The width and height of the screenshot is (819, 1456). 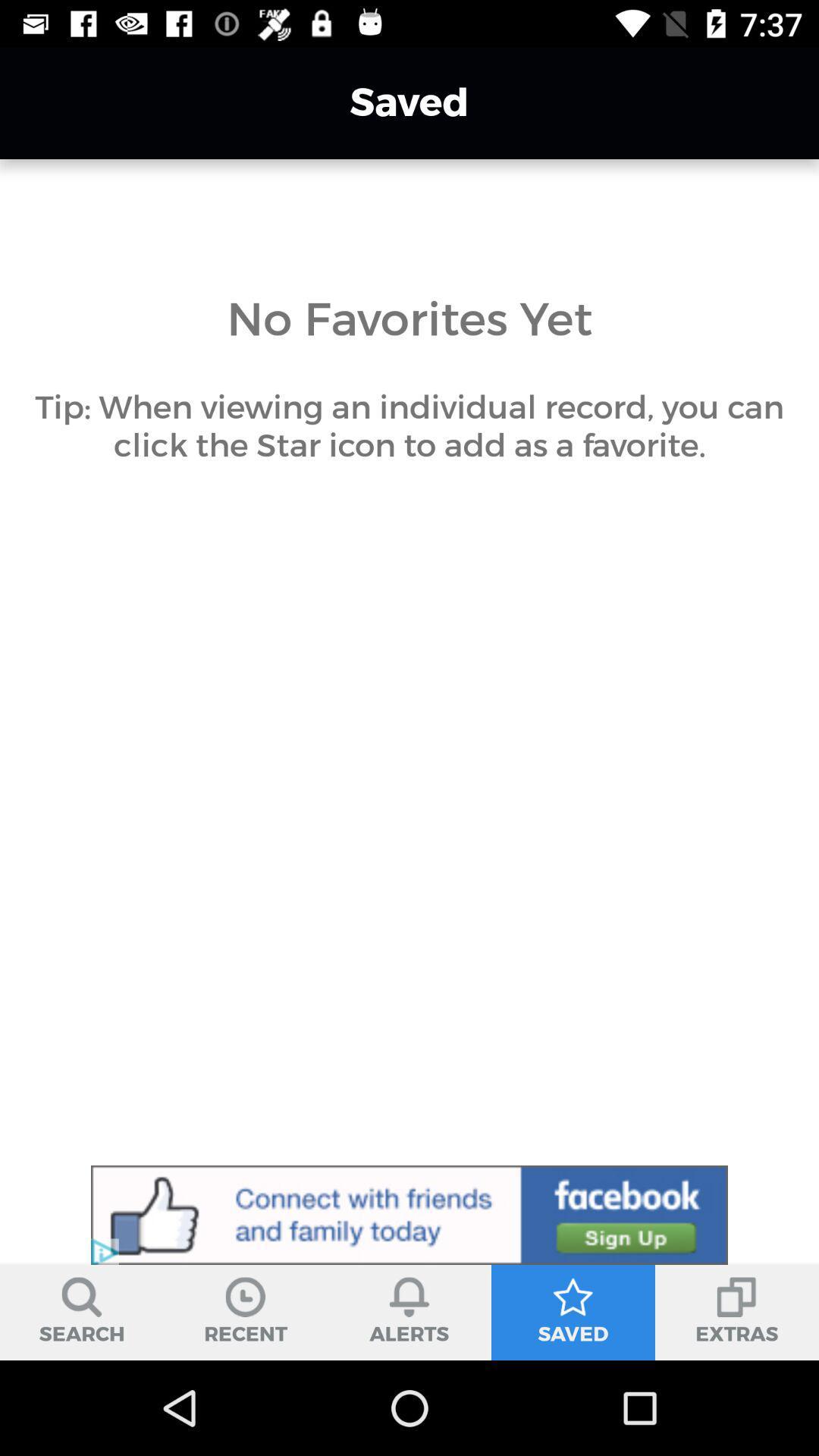 I want to click on recent, so click(x=245, y=1312).